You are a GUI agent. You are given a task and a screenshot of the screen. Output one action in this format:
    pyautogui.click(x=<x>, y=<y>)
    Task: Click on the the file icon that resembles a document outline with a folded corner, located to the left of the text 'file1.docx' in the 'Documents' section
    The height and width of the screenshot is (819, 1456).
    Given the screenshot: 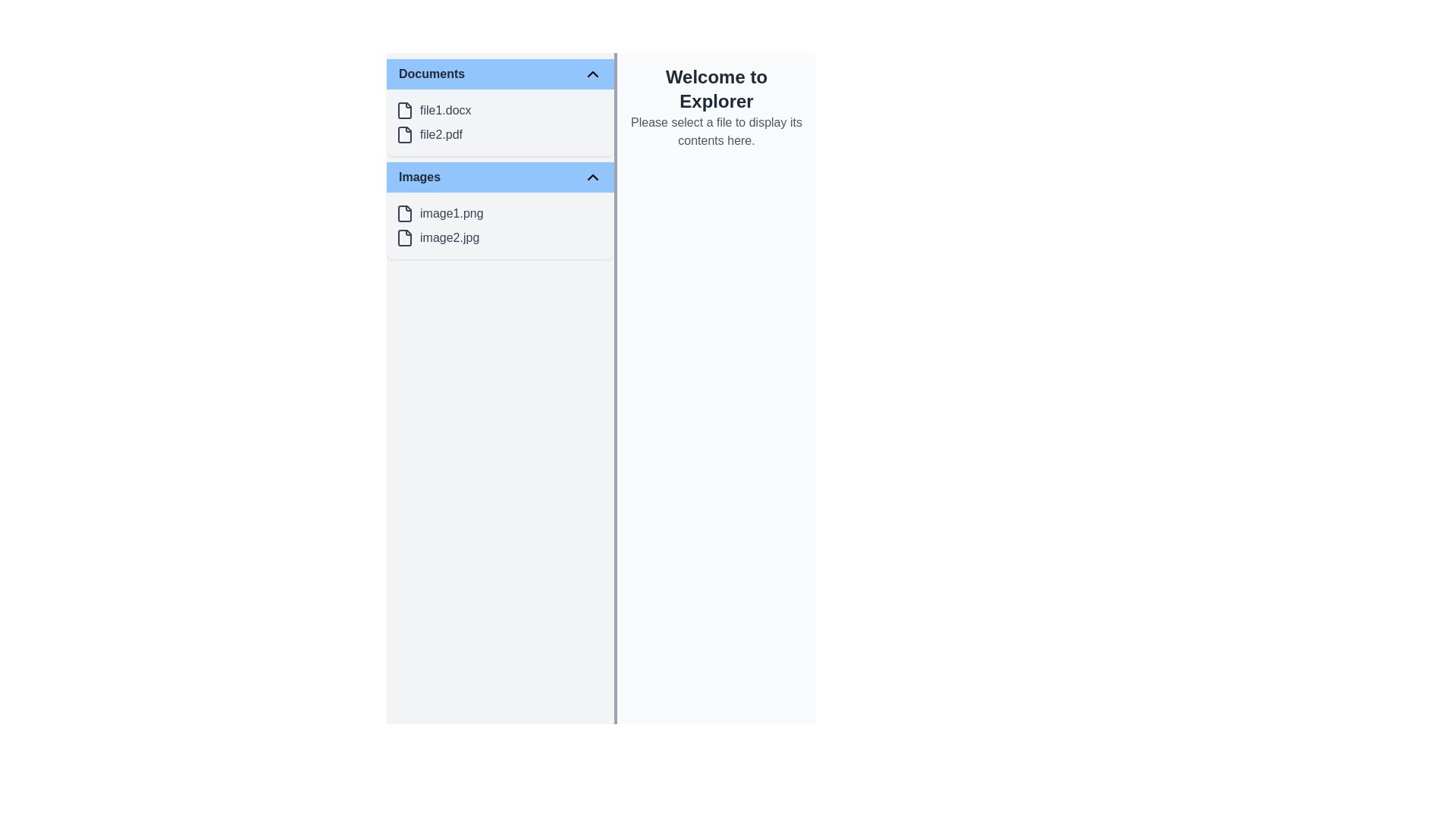 What is the action you would take?
    pyautogui.click(x=404, y=110)
    